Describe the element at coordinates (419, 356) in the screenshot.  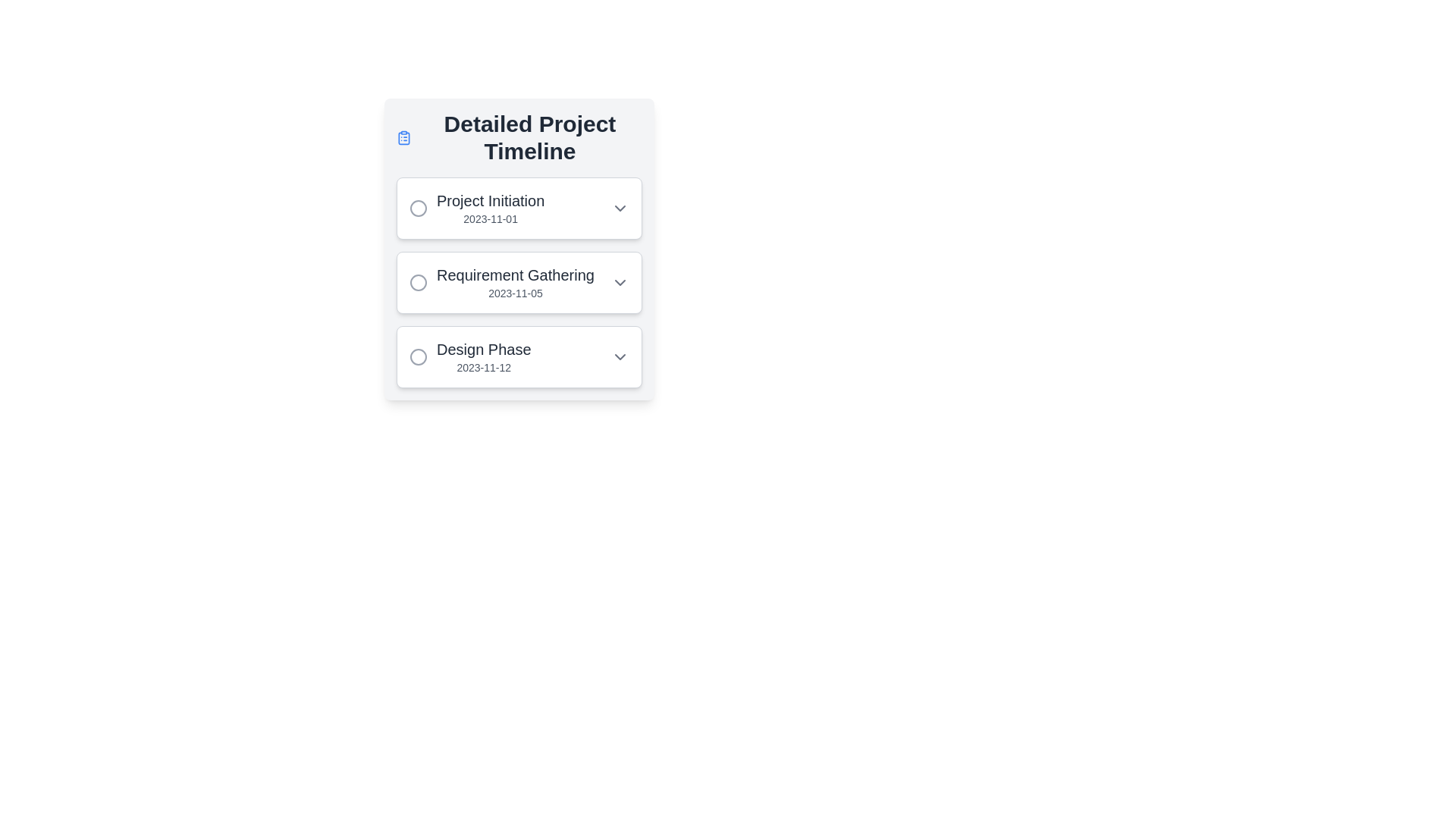
I see `the decorative or functional icon located in the leftmost region of the third row, aligned with the 'Design Phase' label and the date '2023-11-12'` at that location.